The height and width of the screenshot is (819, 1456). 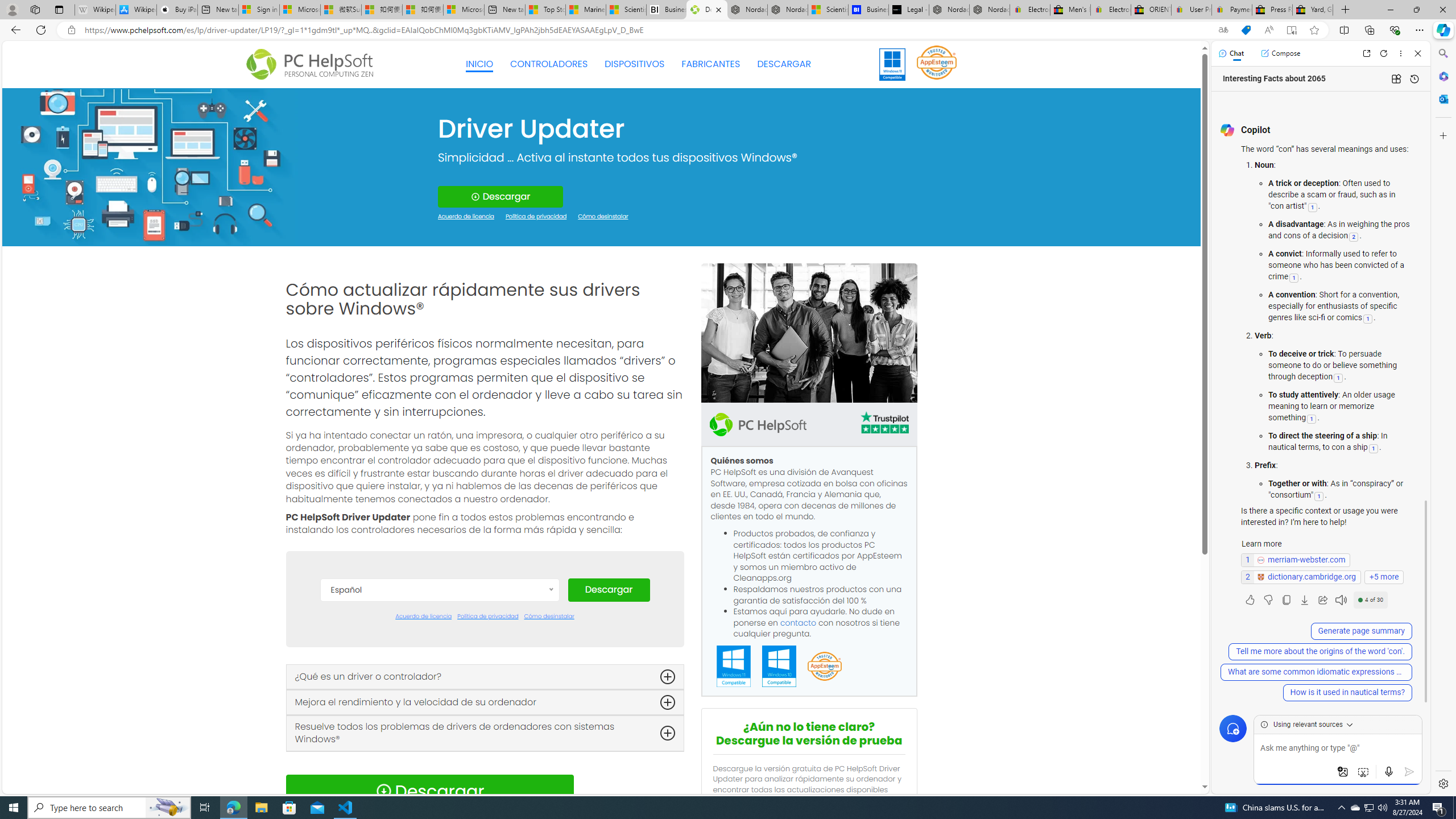 What do you see at coordinates (440, 763) in the screenshot?
I see `'Nederlands'` at bounding box center [440, 763].